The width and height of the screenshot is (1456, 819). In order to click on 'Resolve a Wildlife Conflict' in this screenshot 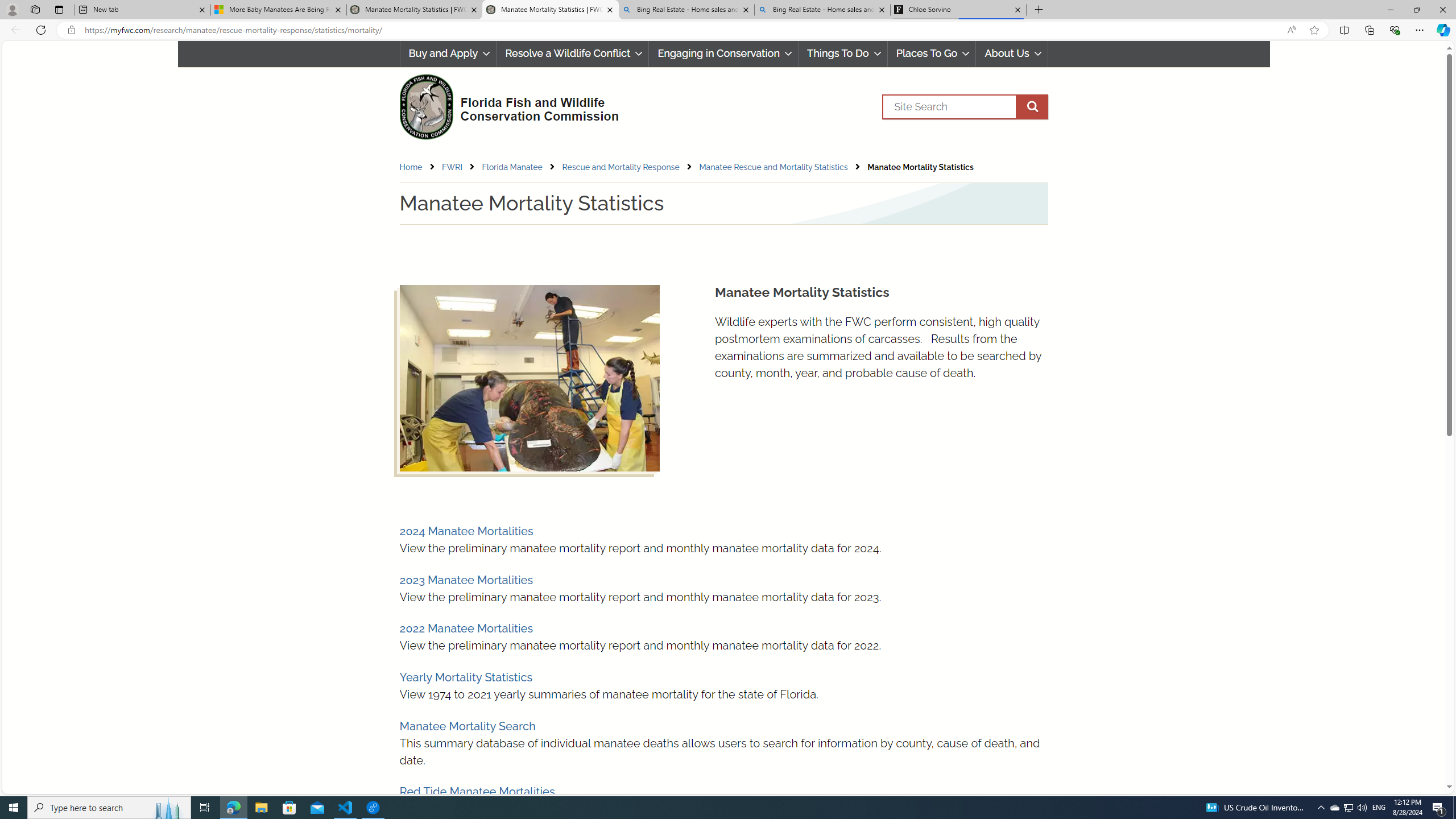, I will do `click(572, 53)`.